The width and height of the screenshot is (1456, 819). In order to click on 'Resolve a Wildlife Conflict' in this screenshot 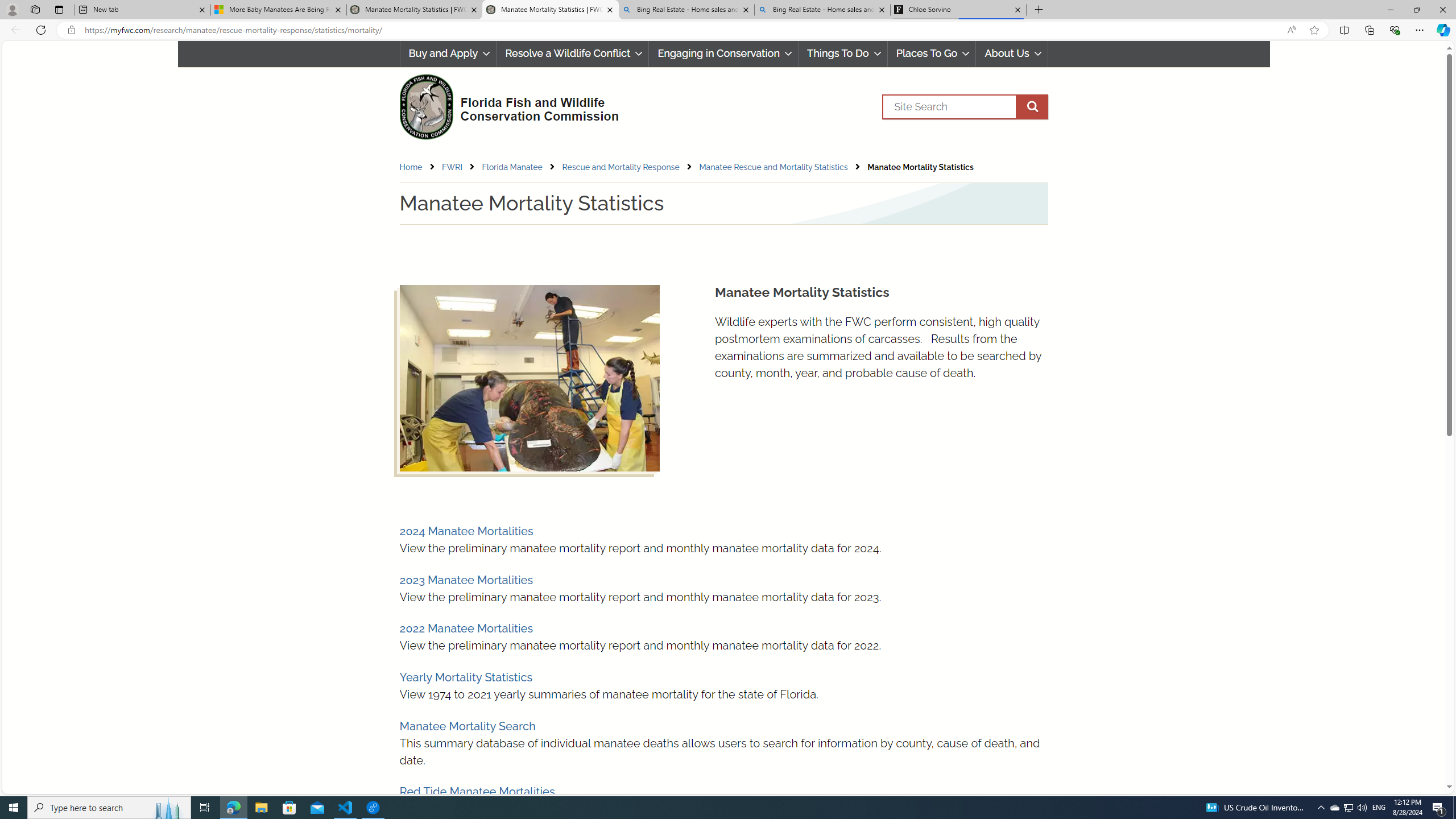, I will do `click(572, 53)`.